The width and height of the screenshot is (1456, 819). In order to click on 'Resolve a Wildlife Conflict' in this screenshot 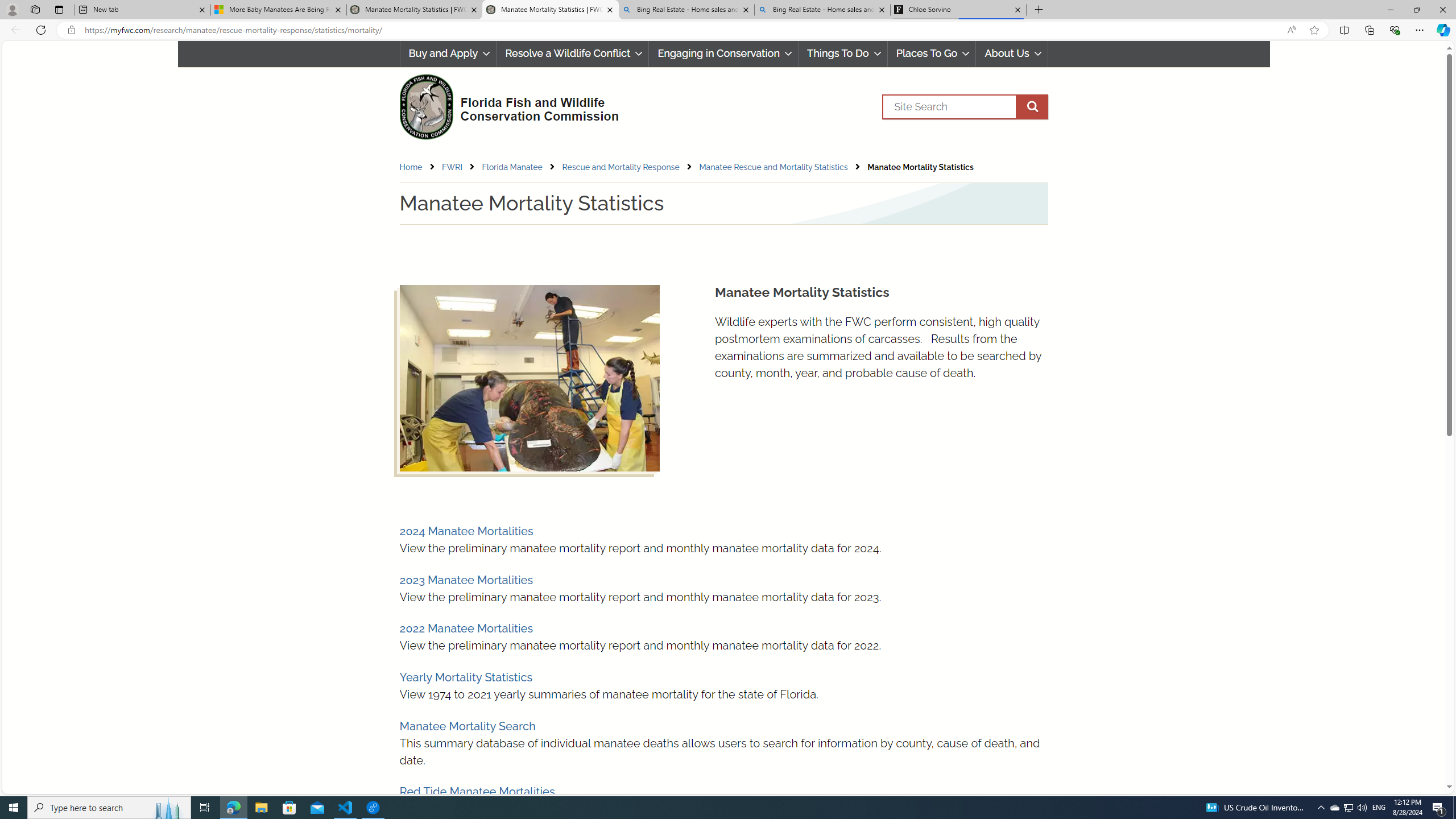, I will do `click(572, 53)`.